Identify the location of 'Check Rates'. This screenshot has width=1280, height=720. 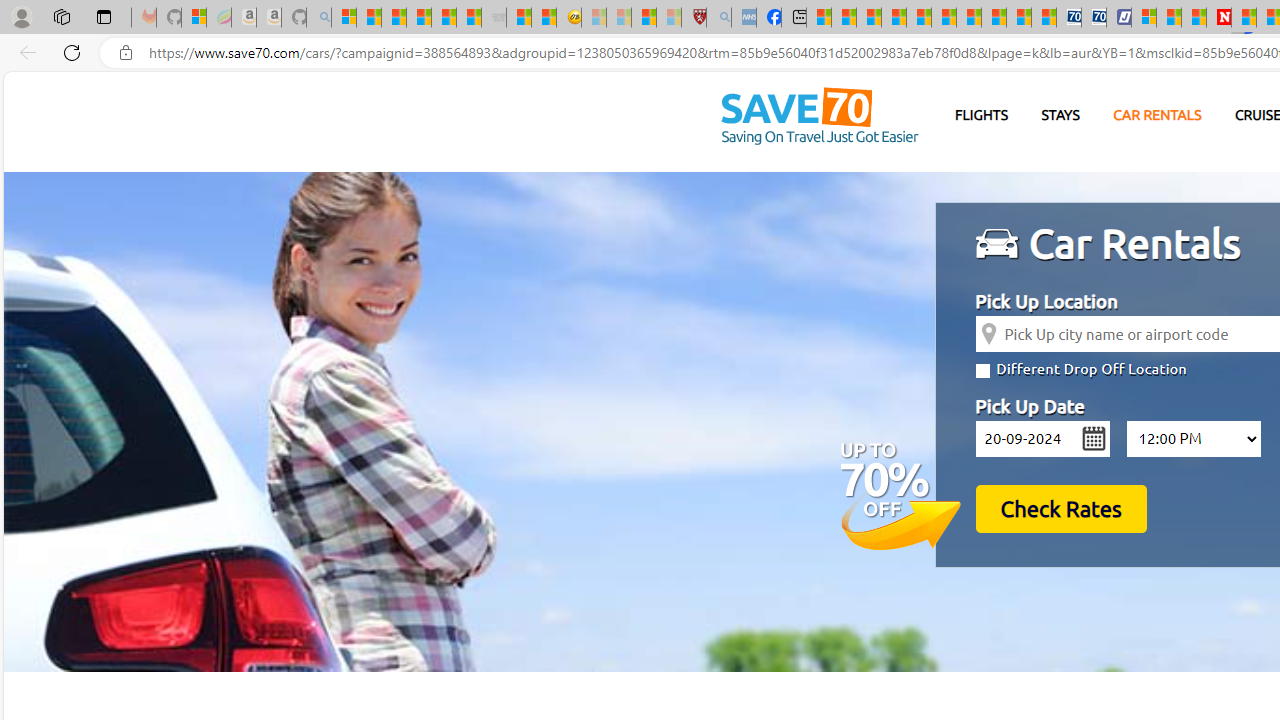
(1060, 507).